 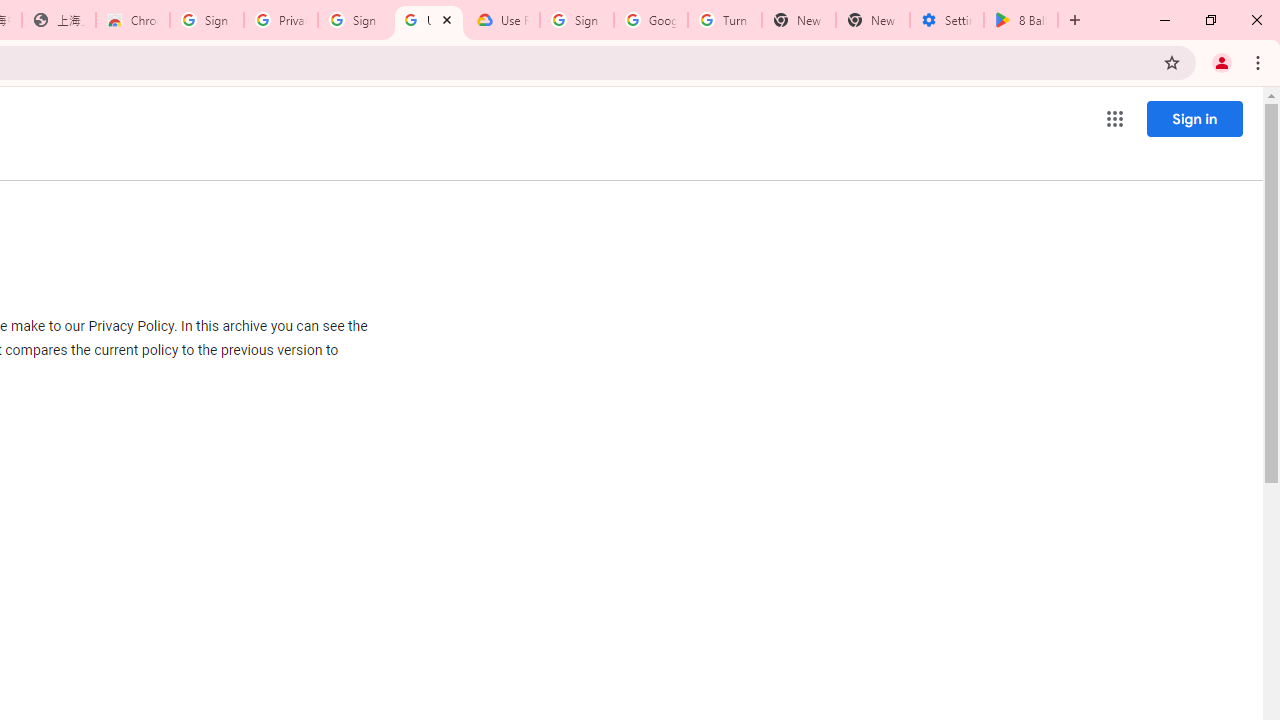 What do you see at coordinates (132, 20) in the screenshot?
I see `'Chrome Web Store - Color themes by Chrome'` at bounding box center [132, 20].